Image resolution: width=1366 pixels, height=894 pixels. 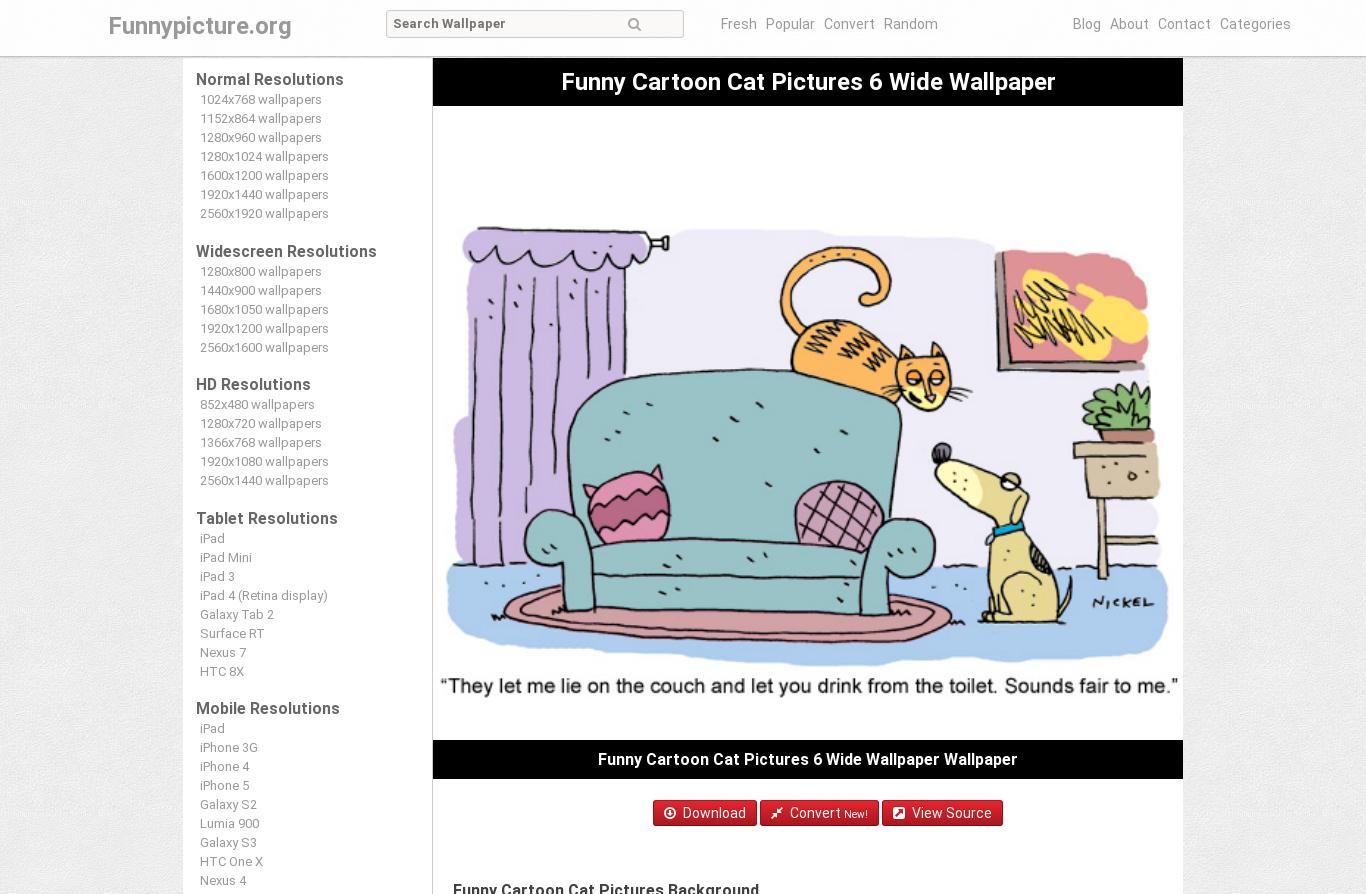 I want to click on 'Normal Resolutions', so click(x=270, y=80).